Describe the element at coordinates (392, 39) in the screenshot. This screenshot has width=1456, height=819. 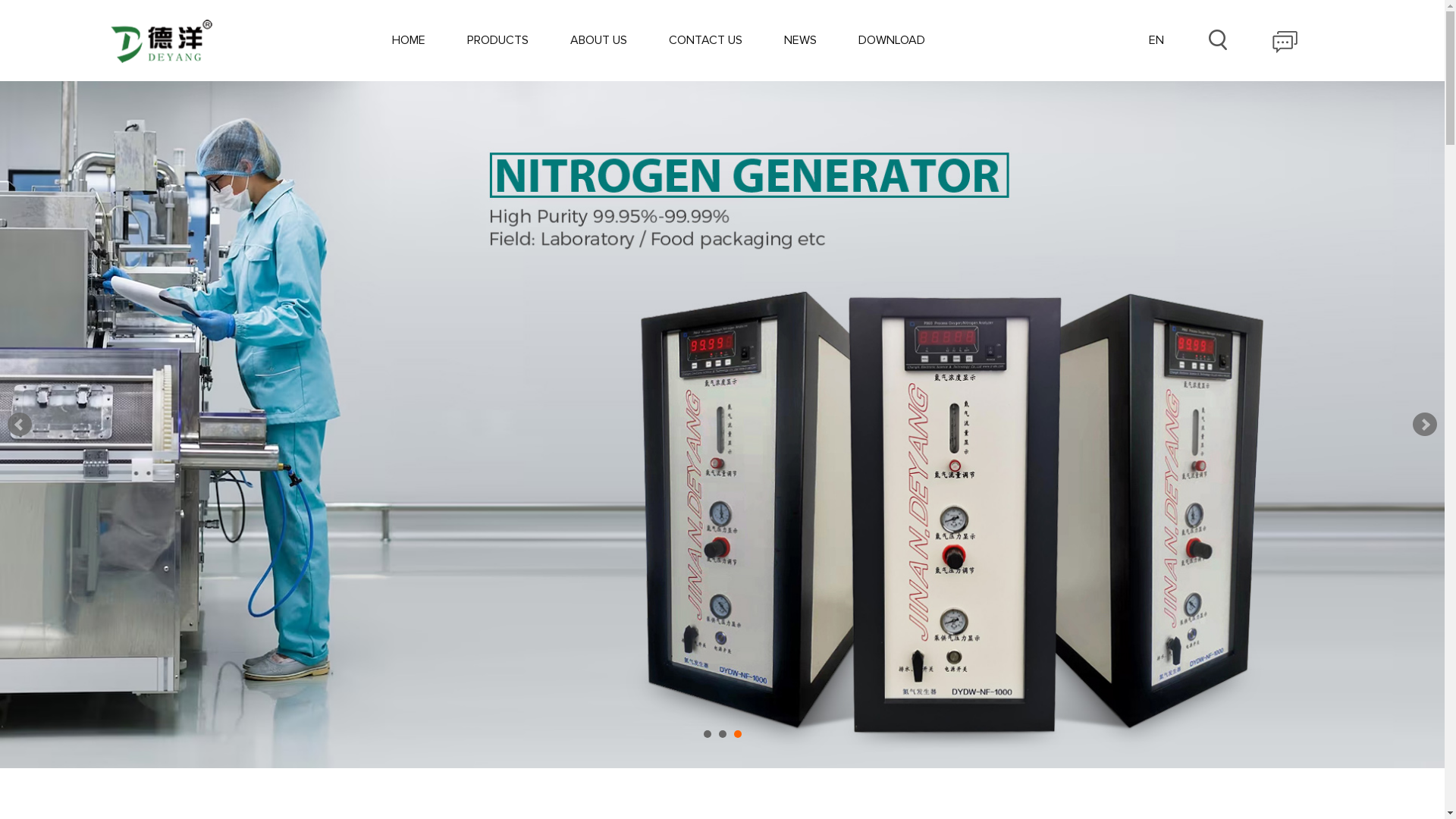
I see `'HOME'` at that location.